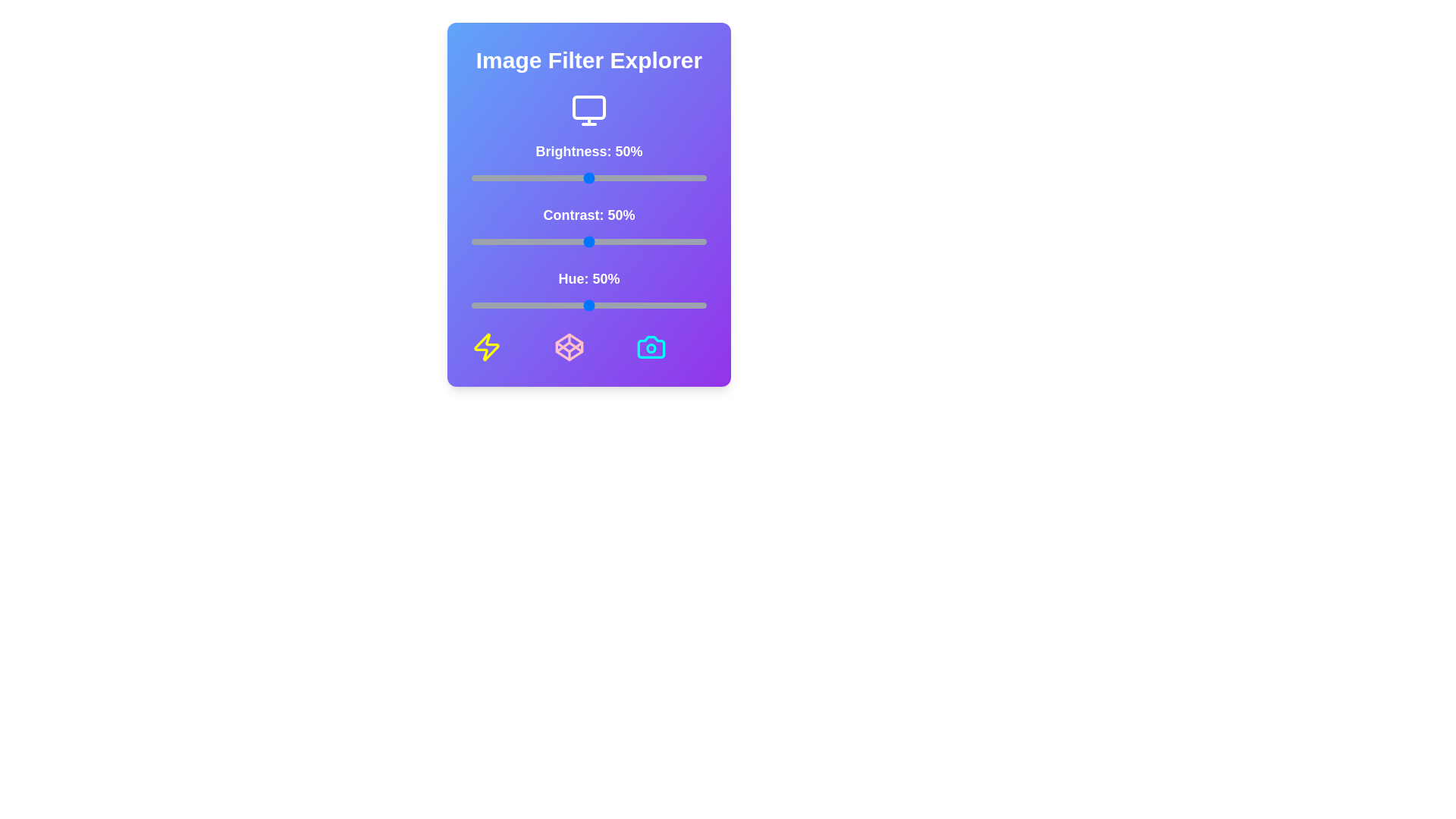  What do you see at coordinates (539, 241) in the screenshot?
I see `the contrast slider to 29%` at bounding box center [539, 241].